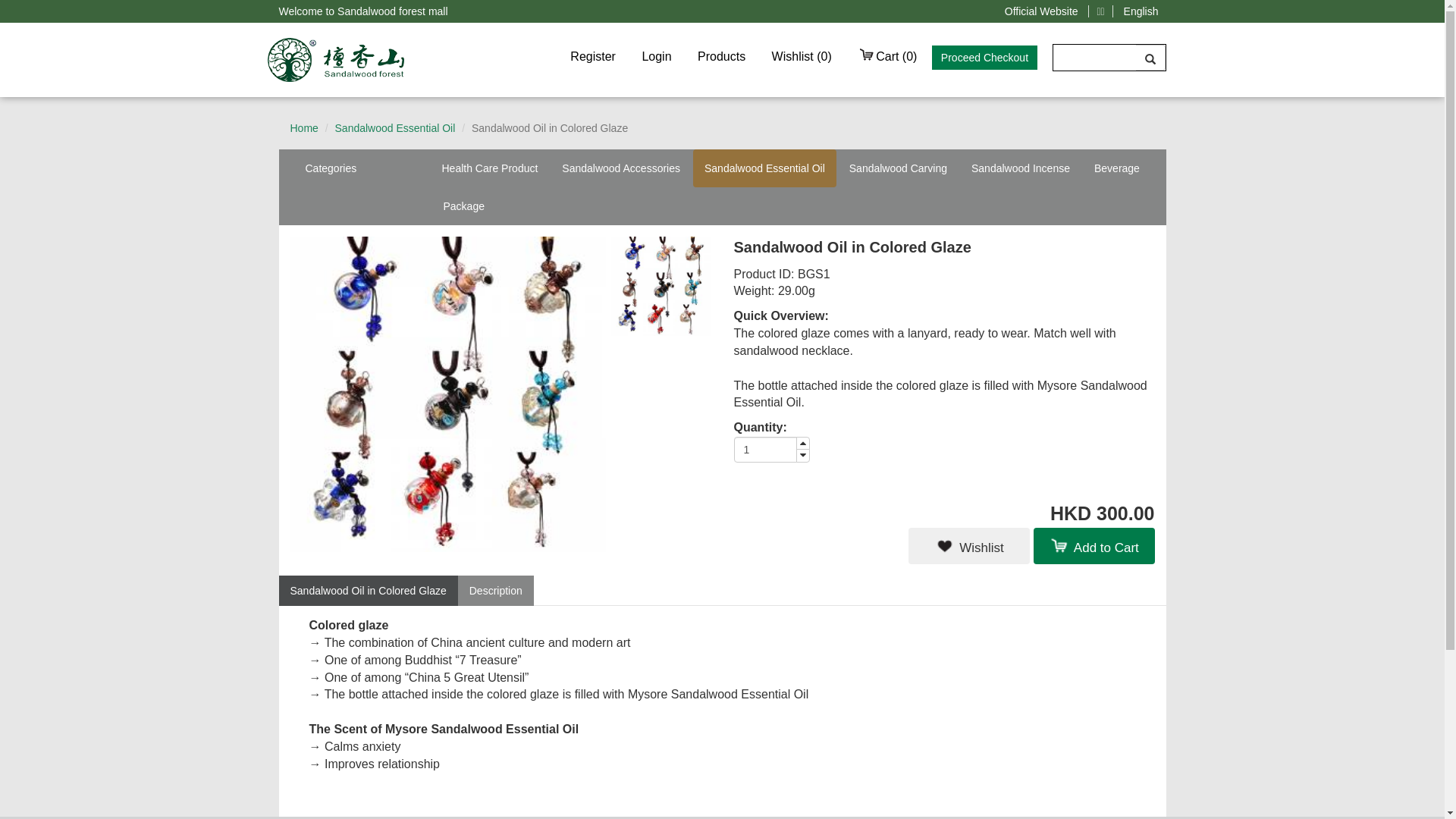 This screenshot has width=1456, height=819. What do you see at coordinates (303, 127) in the screenshot?
I see `'Home'` at bounding box center [303, 127].